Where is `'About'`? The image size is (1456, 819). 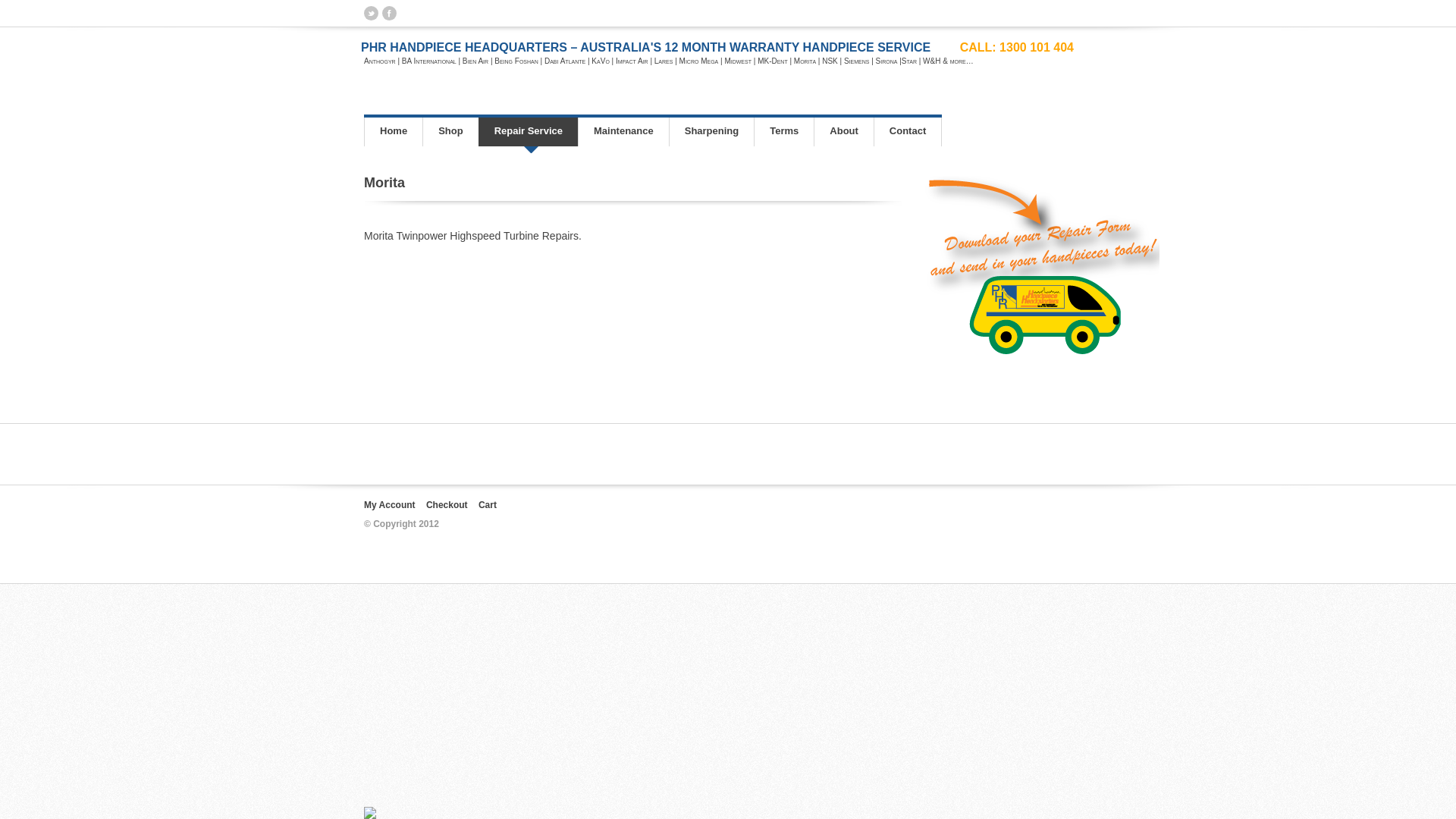 'About' is located at coordinates (843, 130).